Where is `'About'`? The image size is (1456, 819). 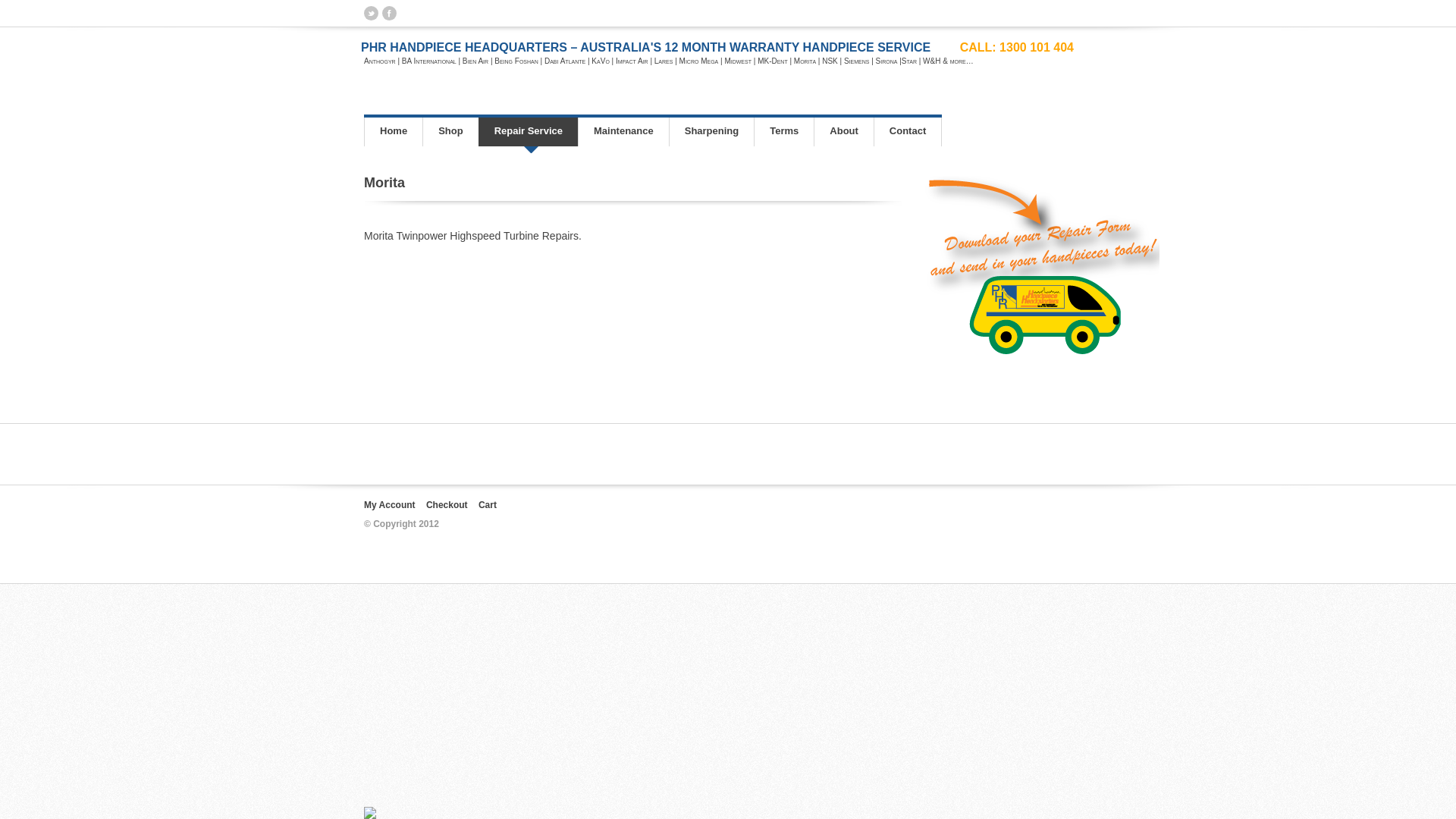 'About' is located at coordinates (843, 130).